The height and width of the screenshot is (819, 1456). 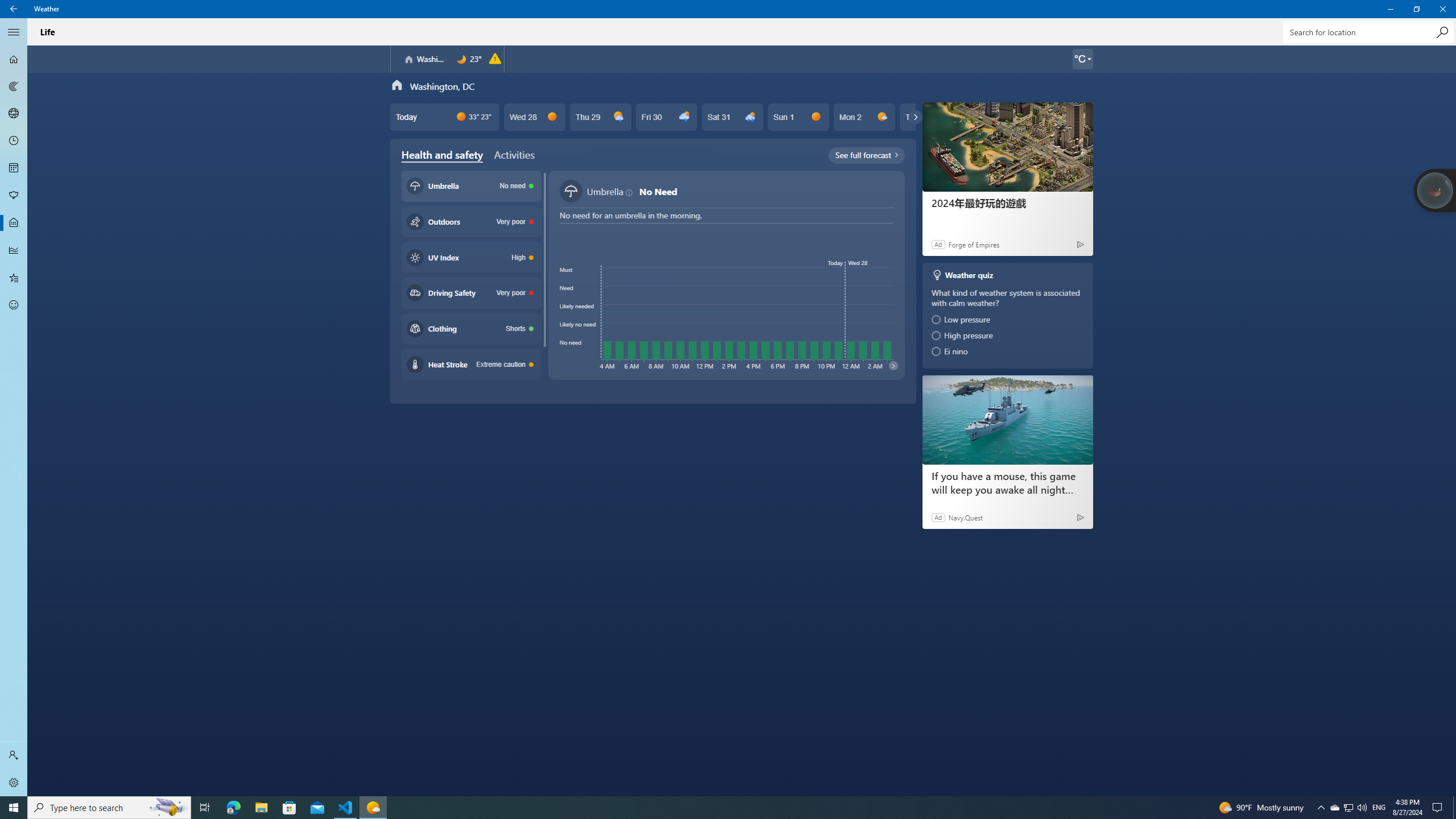 I want to click on 'Restore Weather', so click(x=1416, y=9).